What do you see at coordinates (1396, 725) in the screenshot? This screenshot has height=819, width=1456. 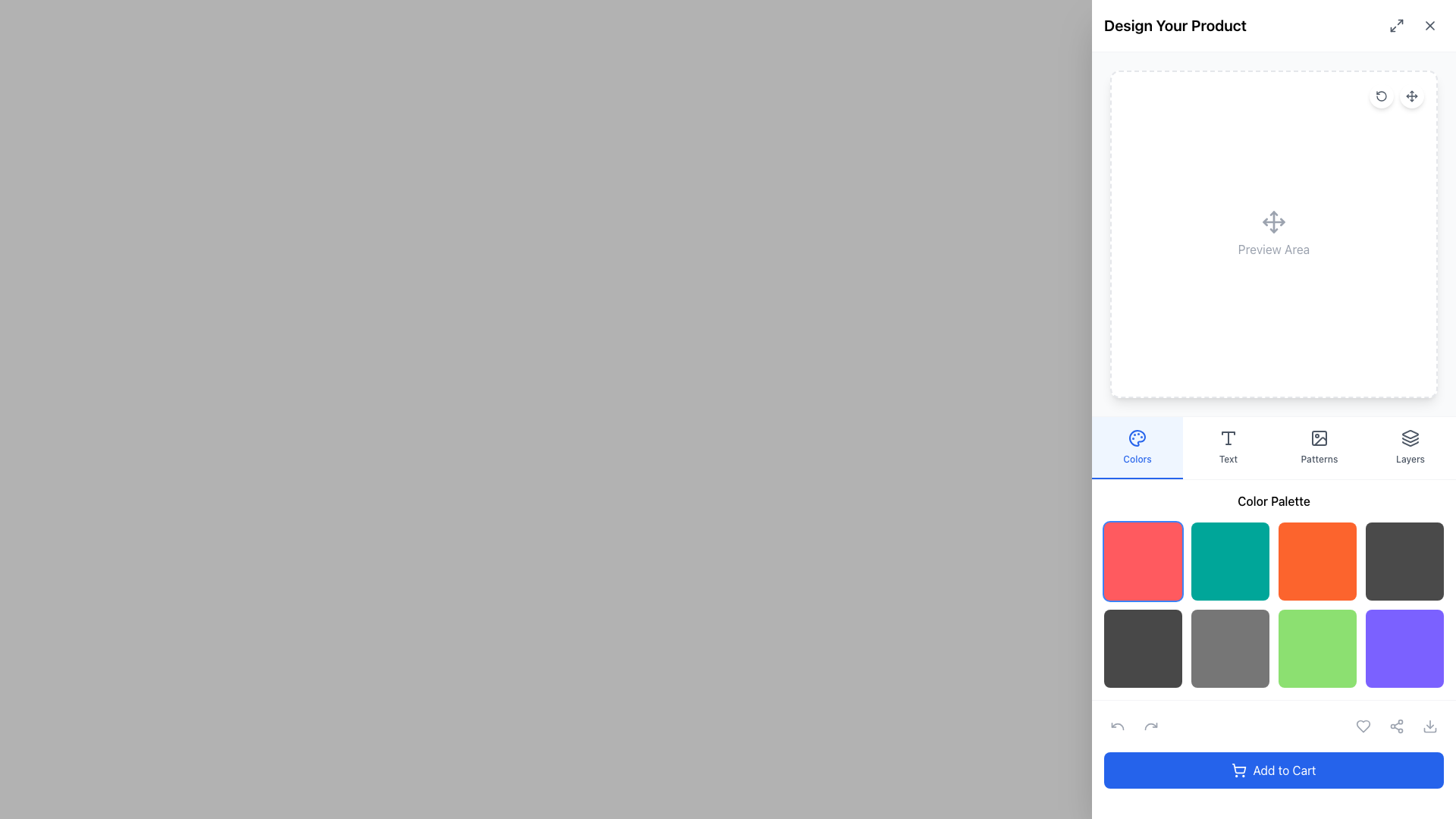 I see `the center of the sharing icon, which resembles interconnected nodes and is positioned centrally among three icons in a horizontal row below the main content area` at bounding box center [1396, 725].